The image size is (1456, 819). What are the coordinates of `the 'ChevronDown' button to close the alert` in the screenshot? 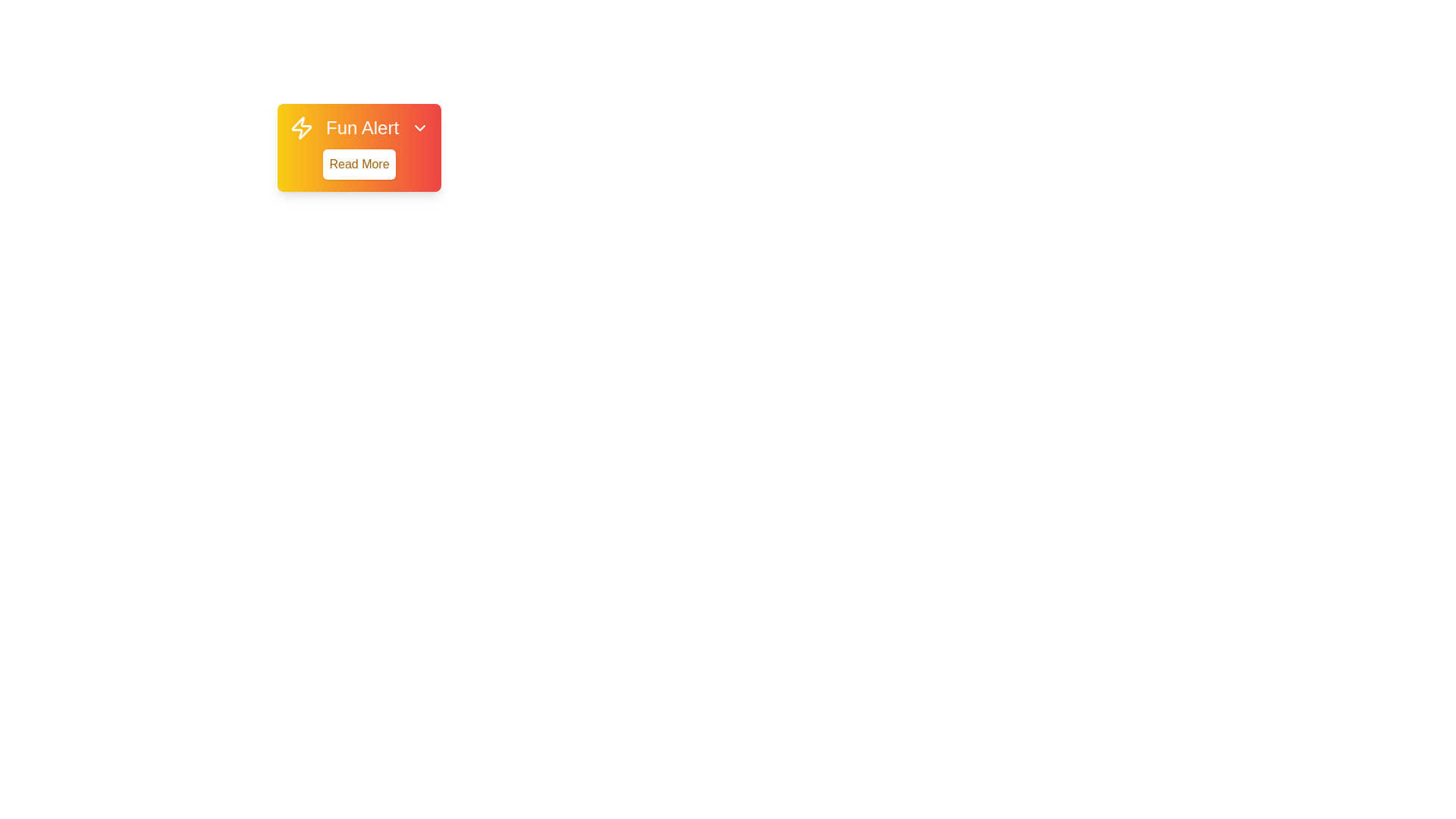 It's located at (420, 127).